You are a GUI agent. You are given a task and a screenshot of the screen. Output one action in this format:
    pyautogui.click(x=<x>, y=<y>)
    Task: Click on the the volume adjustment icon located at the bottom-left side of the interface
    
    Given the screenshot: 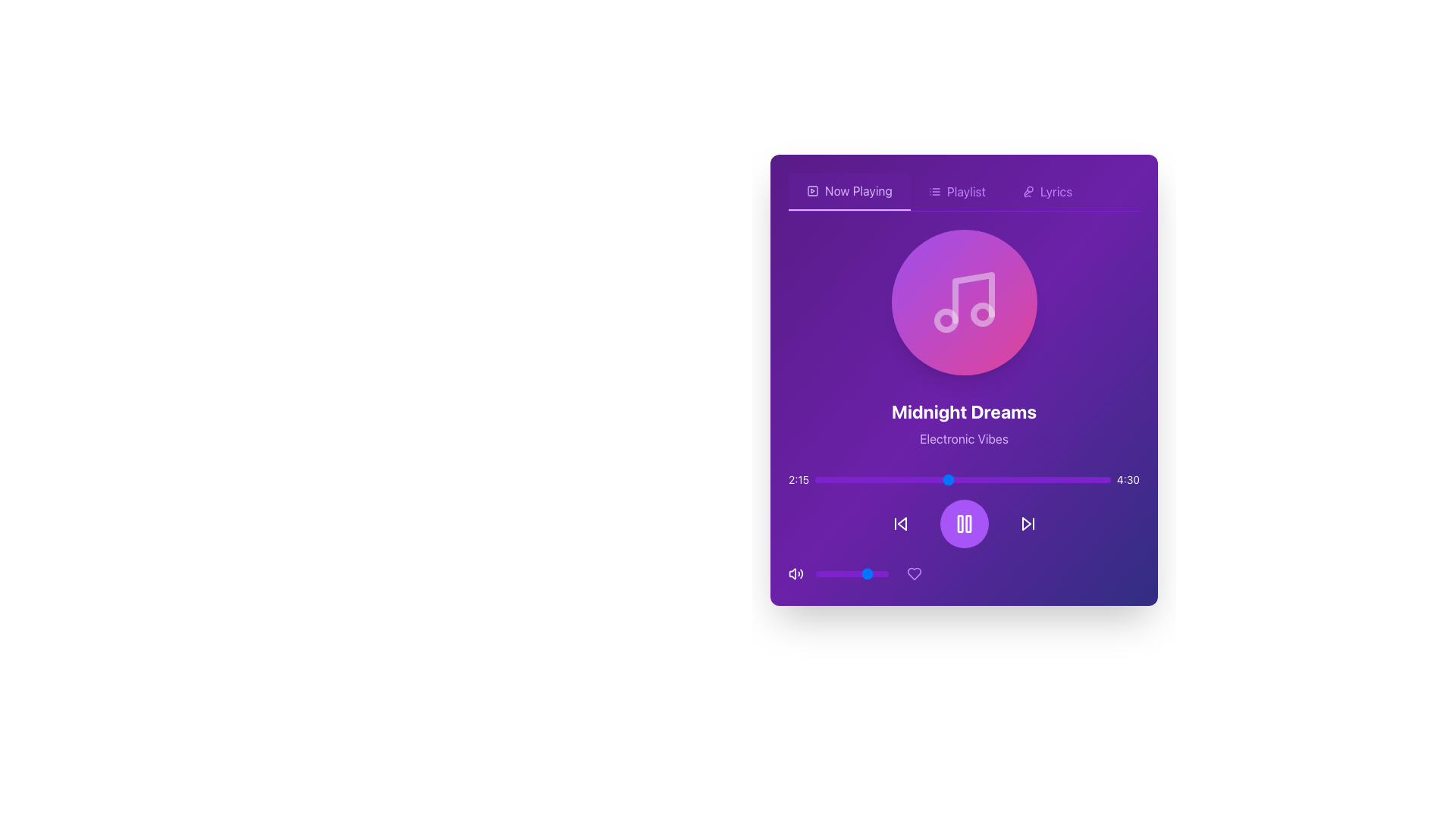 What is the action you would take?
    pyautogui.click(x=795, y=573)
    